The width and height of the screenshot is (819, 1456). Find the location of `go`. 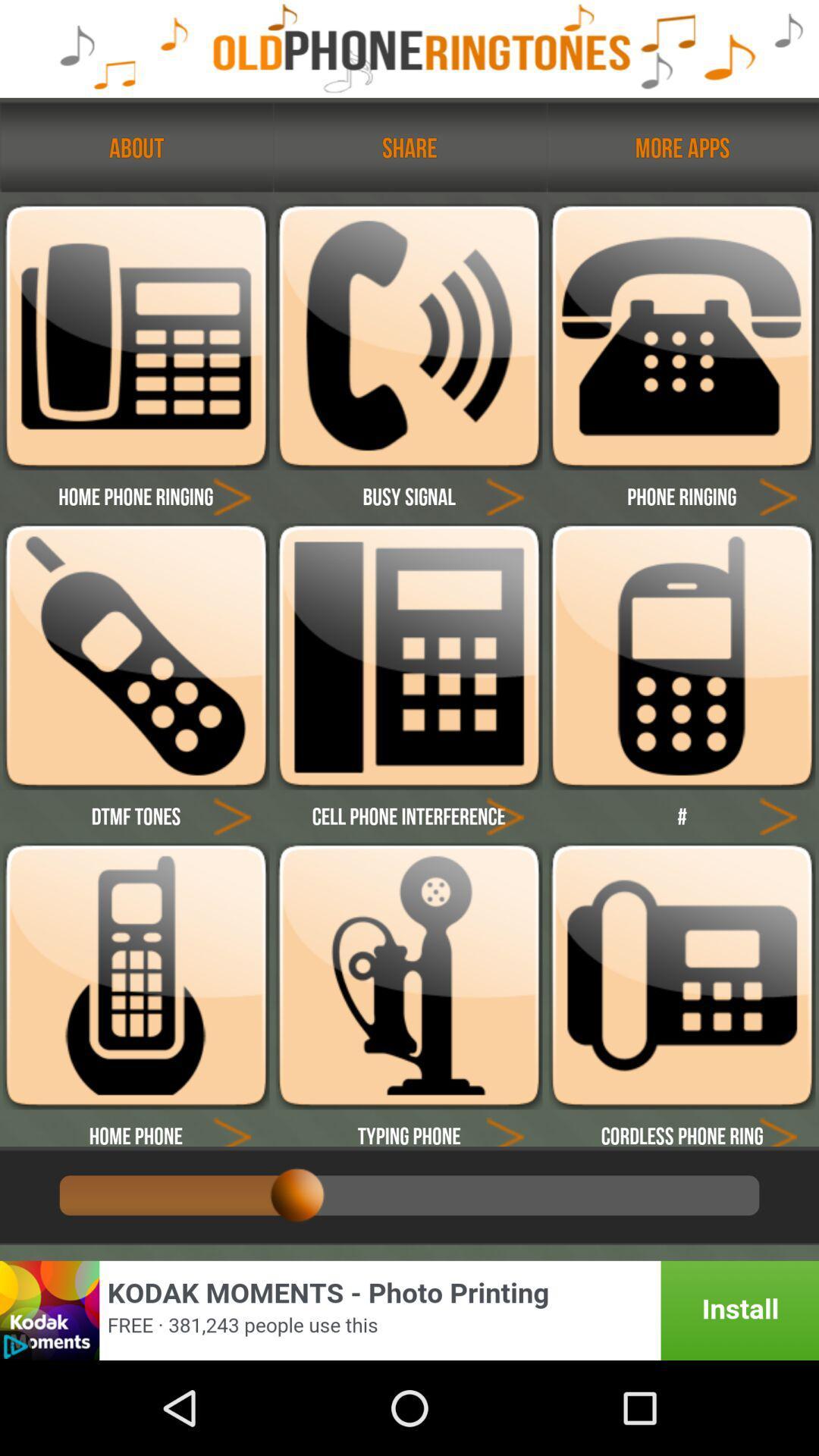

go is located at coordinates (505, 814).